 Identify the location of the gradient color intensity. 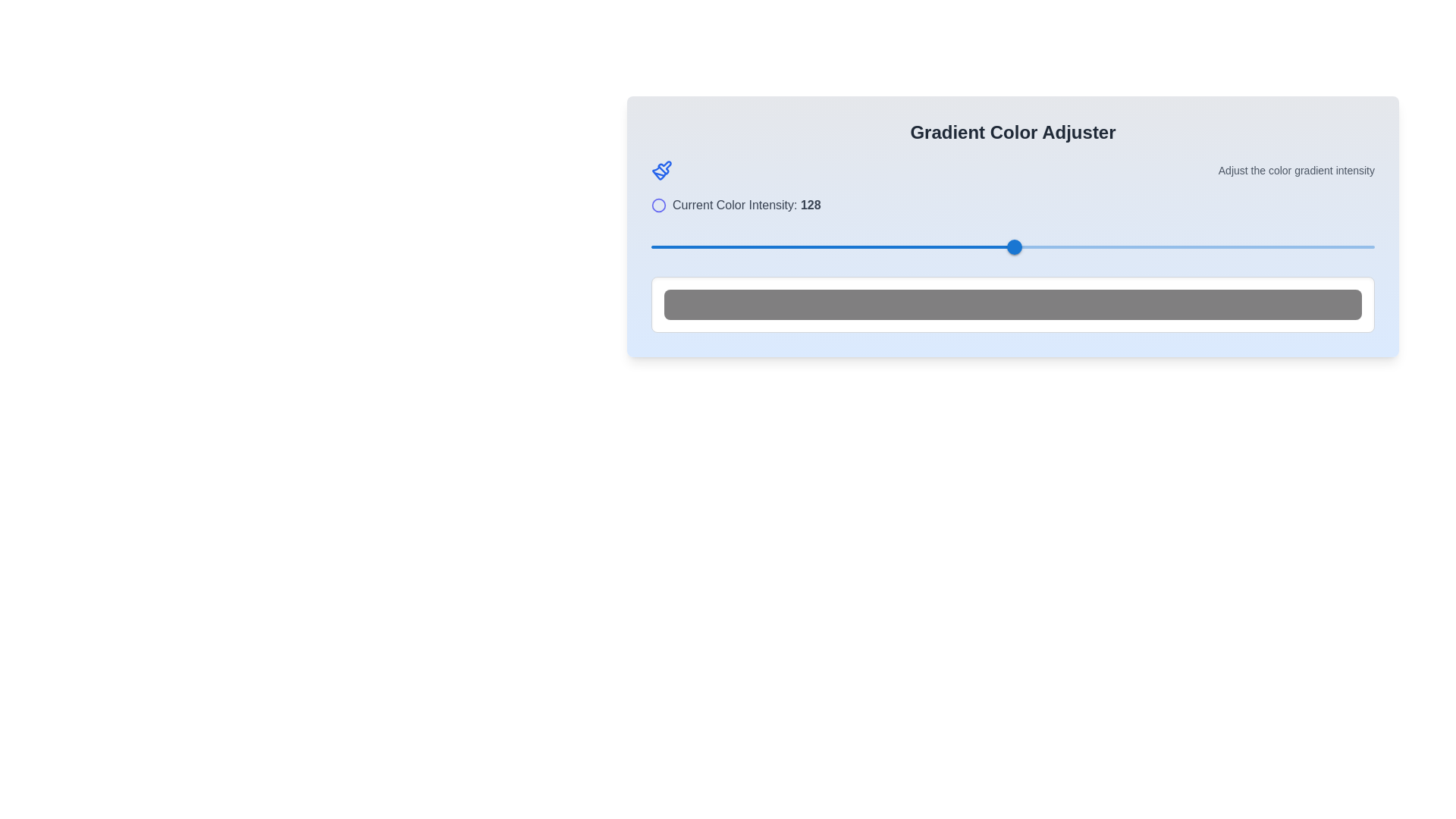
(859, 246).